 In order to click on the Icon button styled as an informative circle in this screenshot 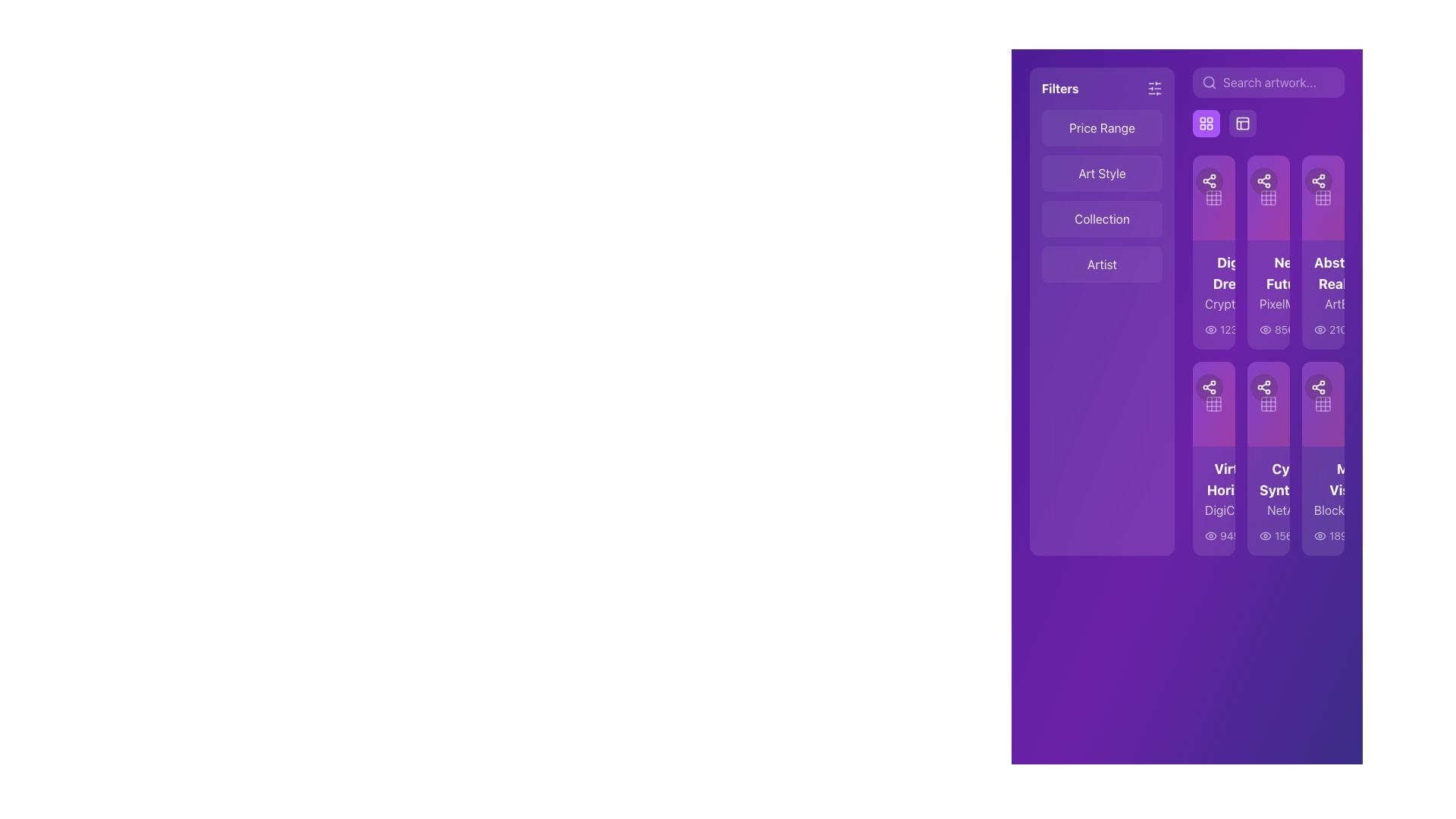, I will do `click(1327, 329)`.